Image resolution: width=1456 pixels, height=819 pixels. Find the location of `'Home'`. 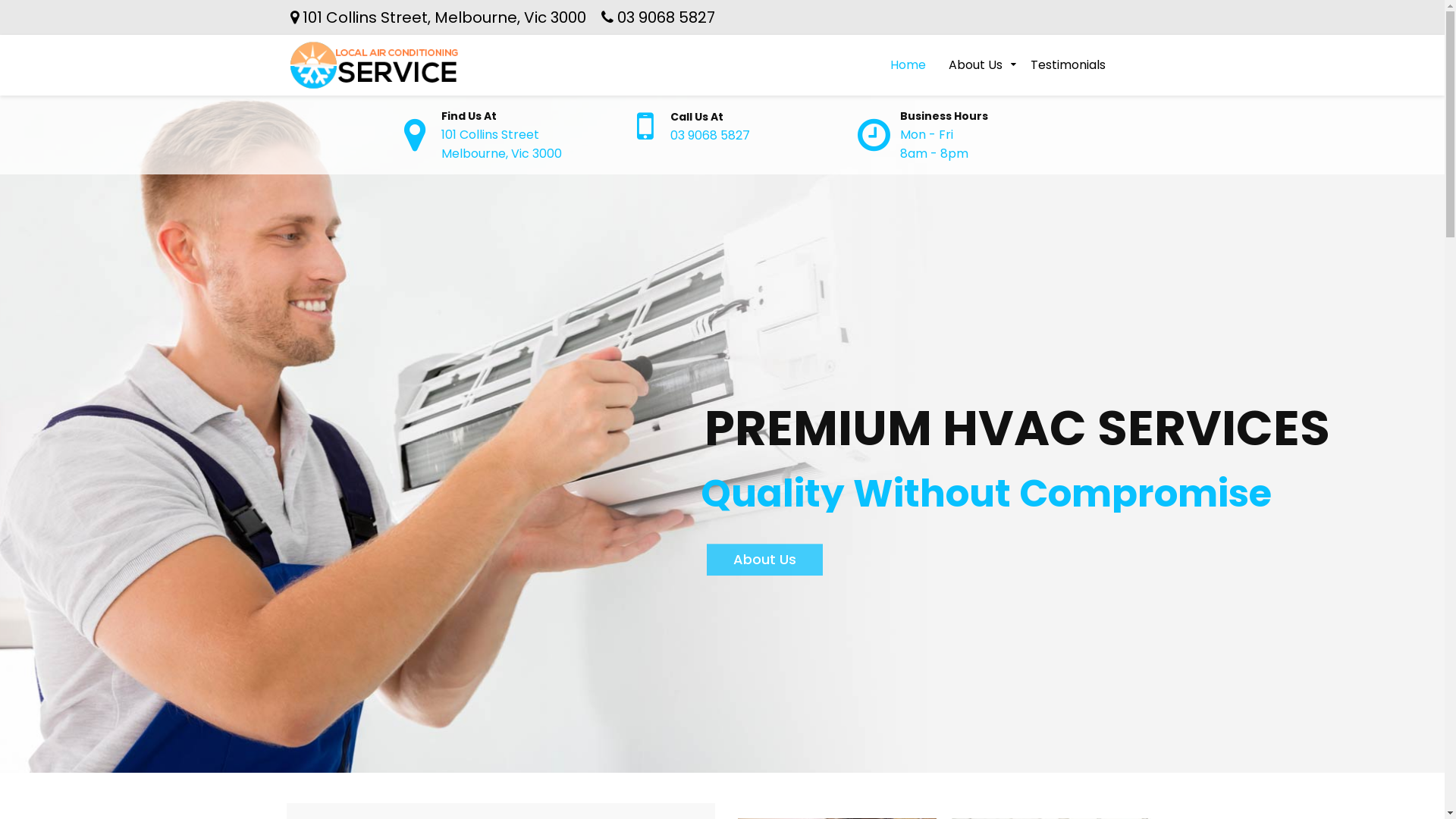

'Home' is located at coordinates (907, 64).